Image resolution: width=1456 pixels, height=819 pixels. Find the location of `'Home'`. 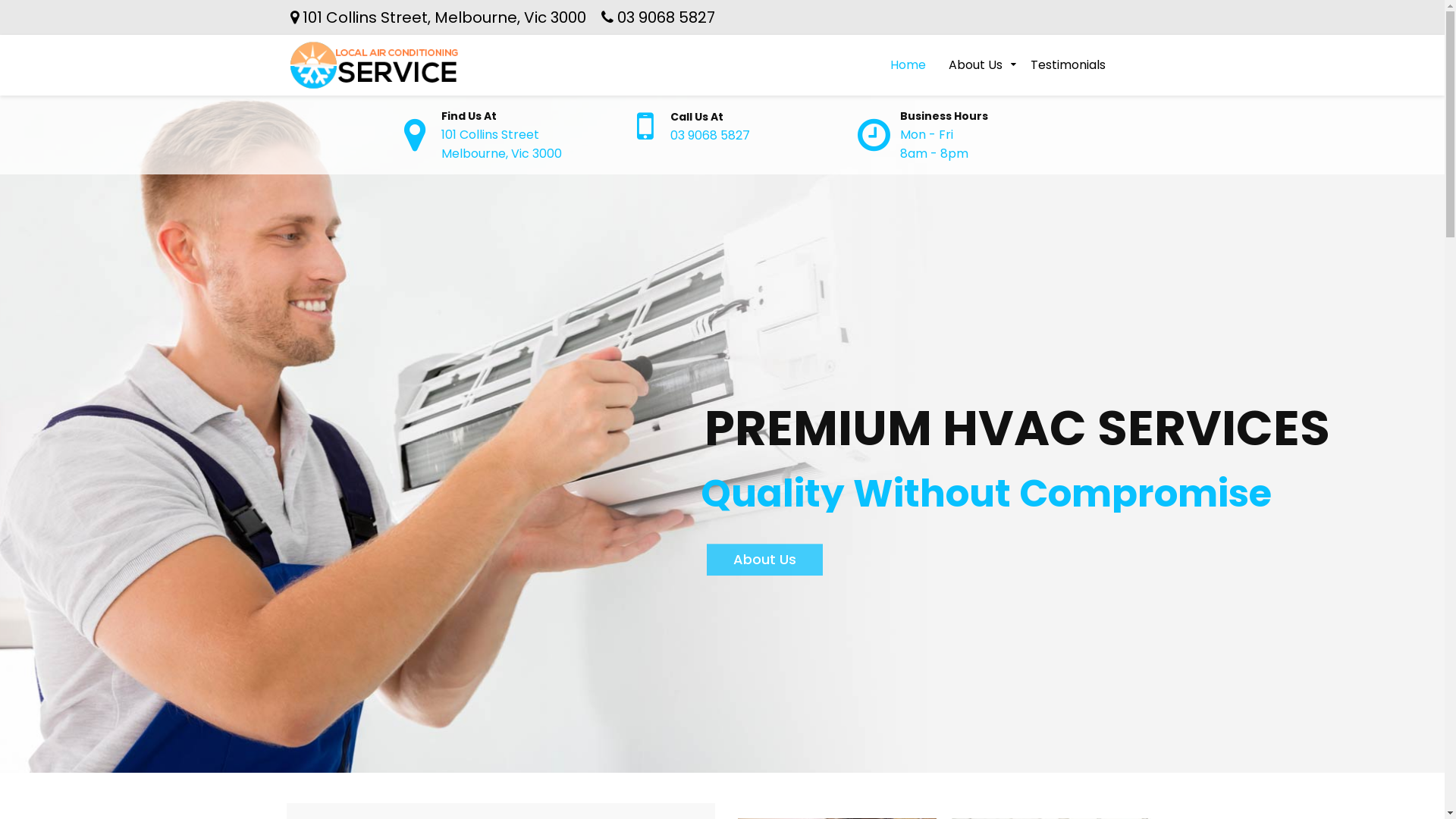

'Home' is located at coordinates (907, 64).